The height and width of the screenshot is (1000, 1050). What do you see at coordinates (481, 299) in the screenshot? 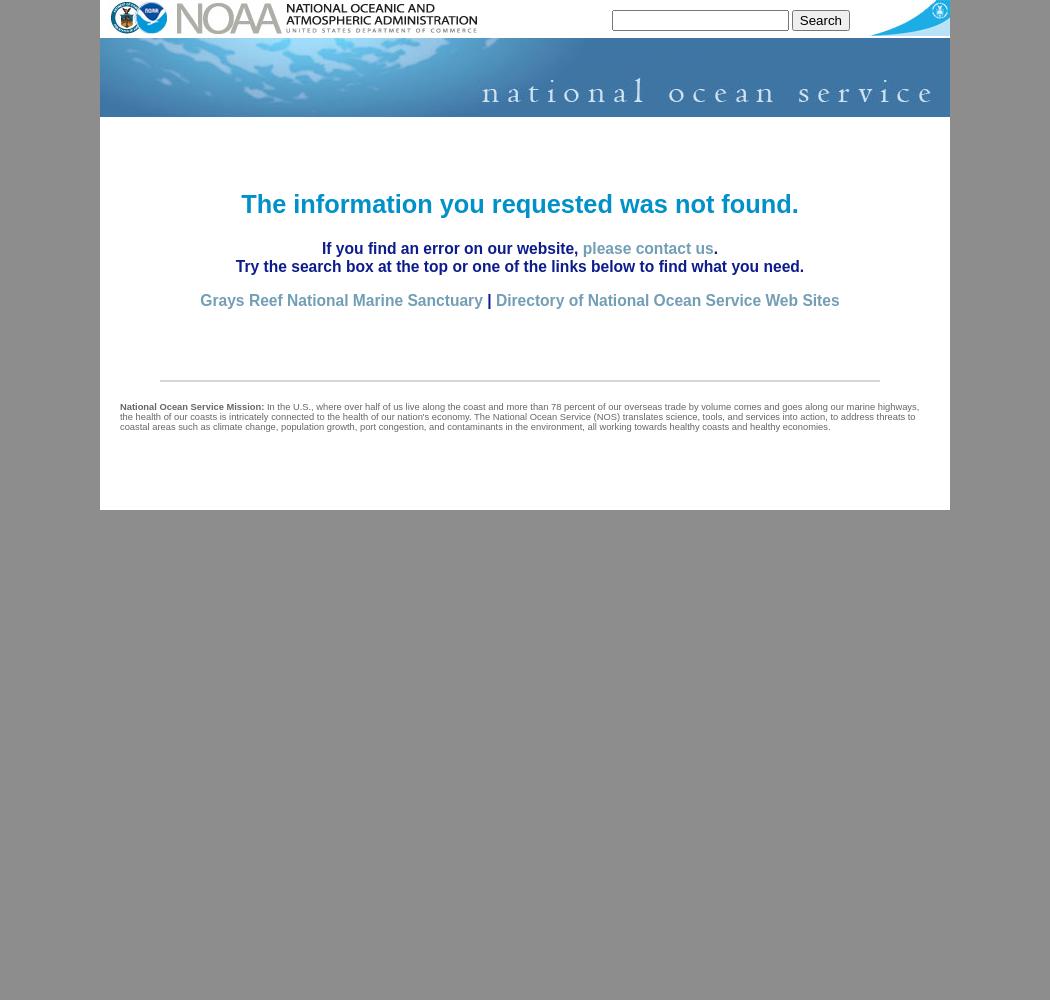
I see `'|'` at bounding box center [481, 299].